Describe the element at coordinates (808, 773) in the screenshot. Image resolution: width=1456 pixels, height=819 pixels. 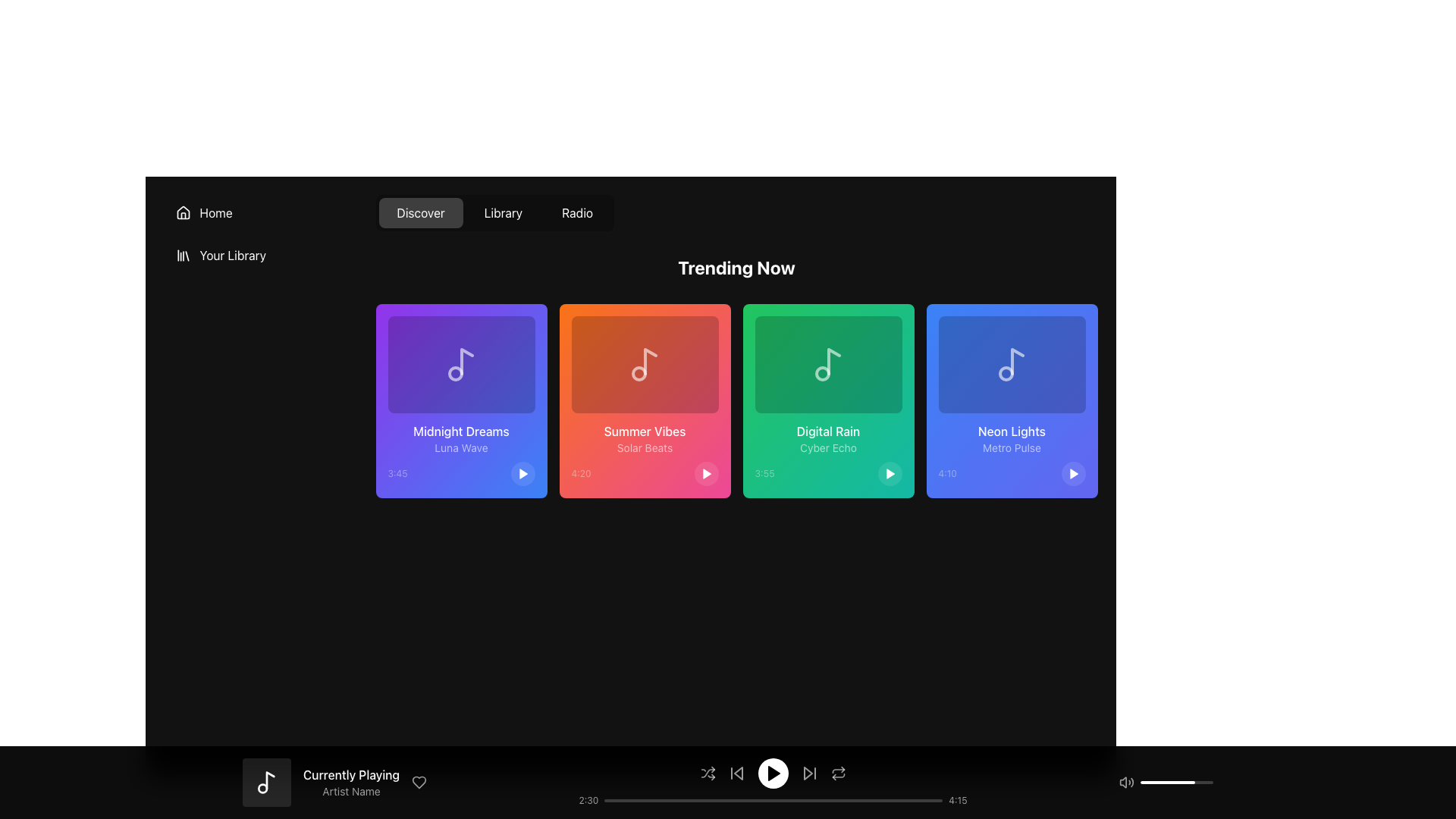
I see `the forward button, which is the fourth control button from the left in the bottom control bar, to skip to the next track or section` at that location.